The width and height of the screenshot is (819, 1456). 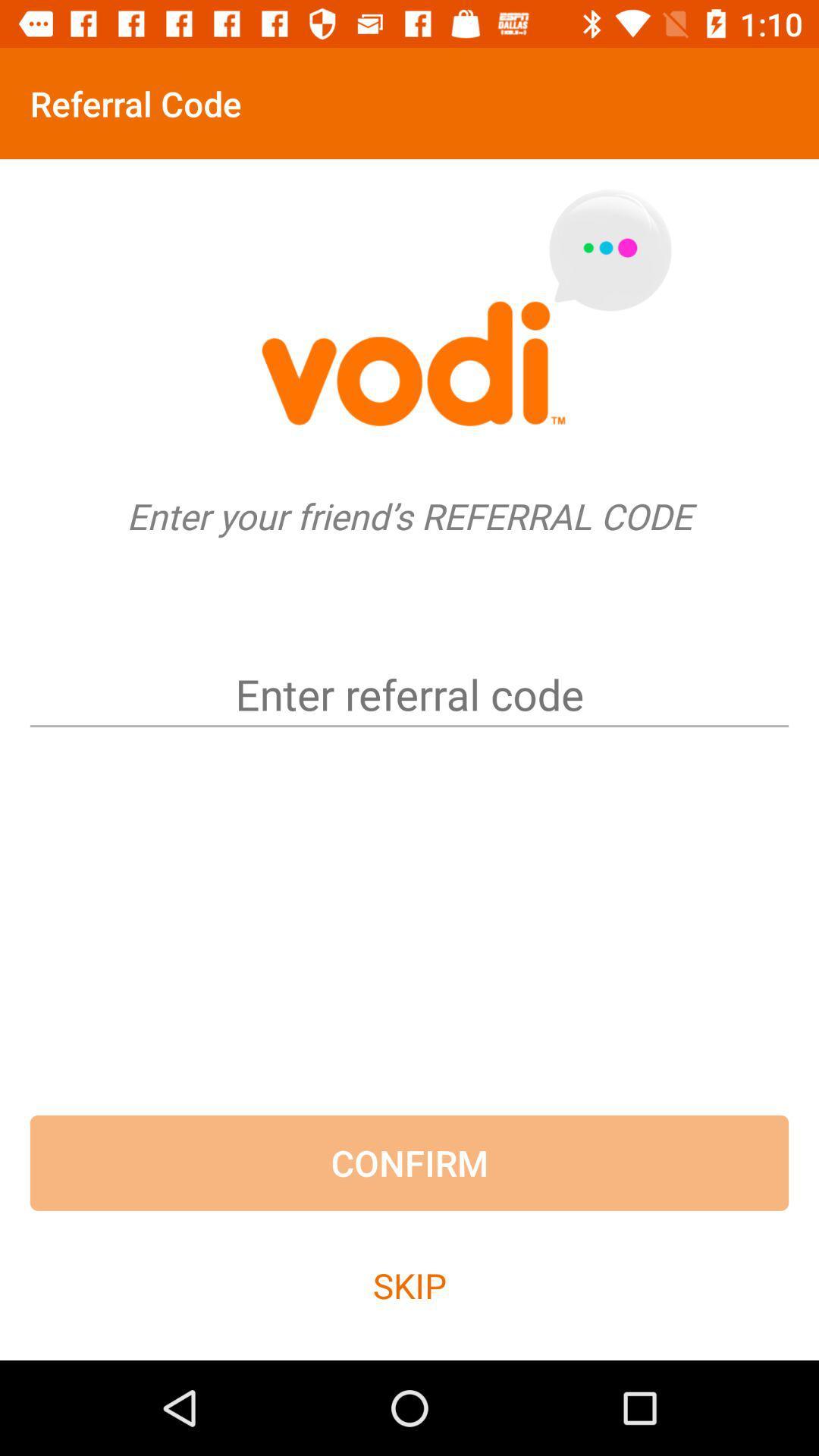 What do you see at coordinates (409, 1285) in the screenshot?
I see `skip item` at bounding box center [409, 1285].